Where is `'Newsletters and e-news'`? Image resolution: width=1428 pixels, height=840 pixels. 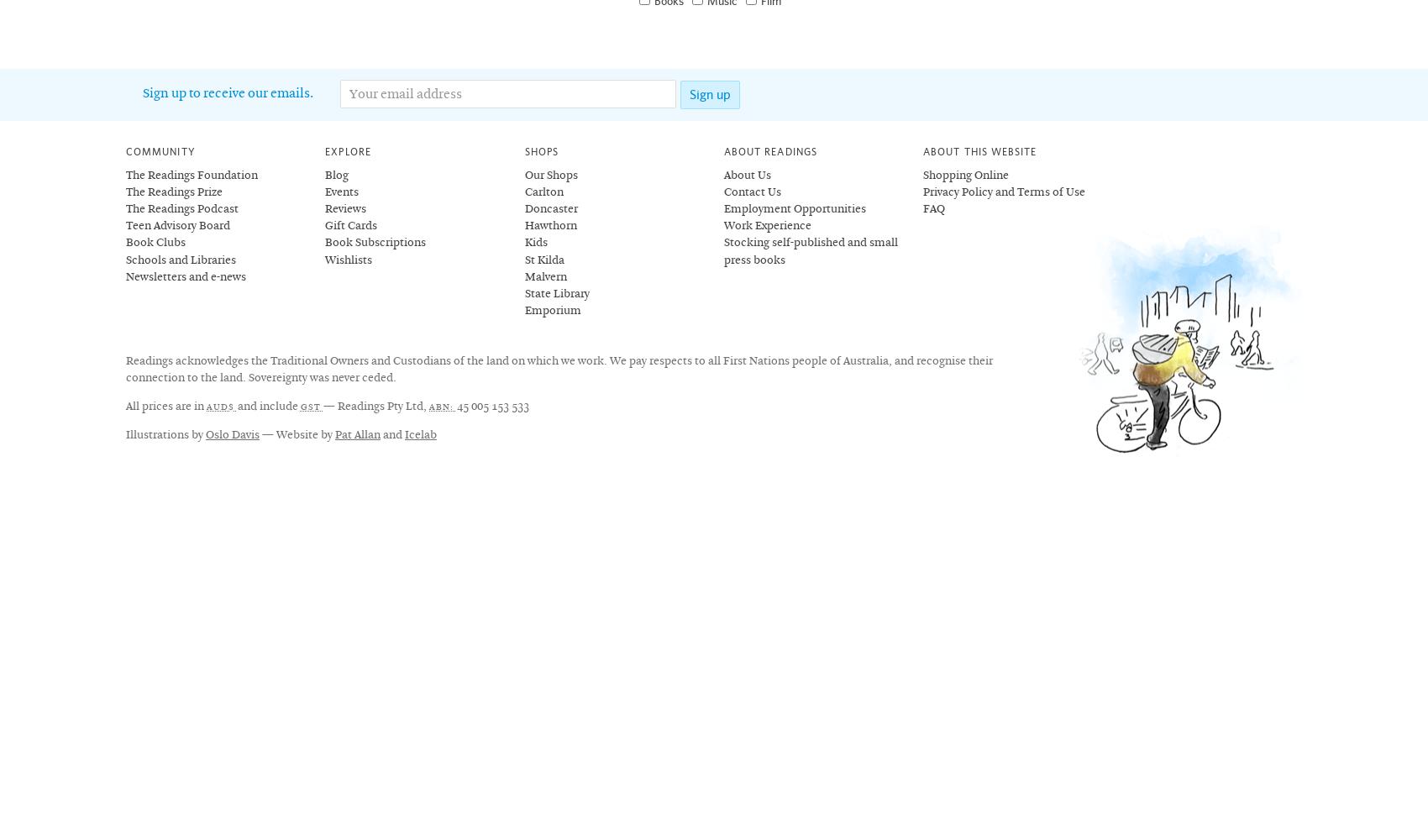 'Newsletters and e-news' is located at coordinates (186, 276).